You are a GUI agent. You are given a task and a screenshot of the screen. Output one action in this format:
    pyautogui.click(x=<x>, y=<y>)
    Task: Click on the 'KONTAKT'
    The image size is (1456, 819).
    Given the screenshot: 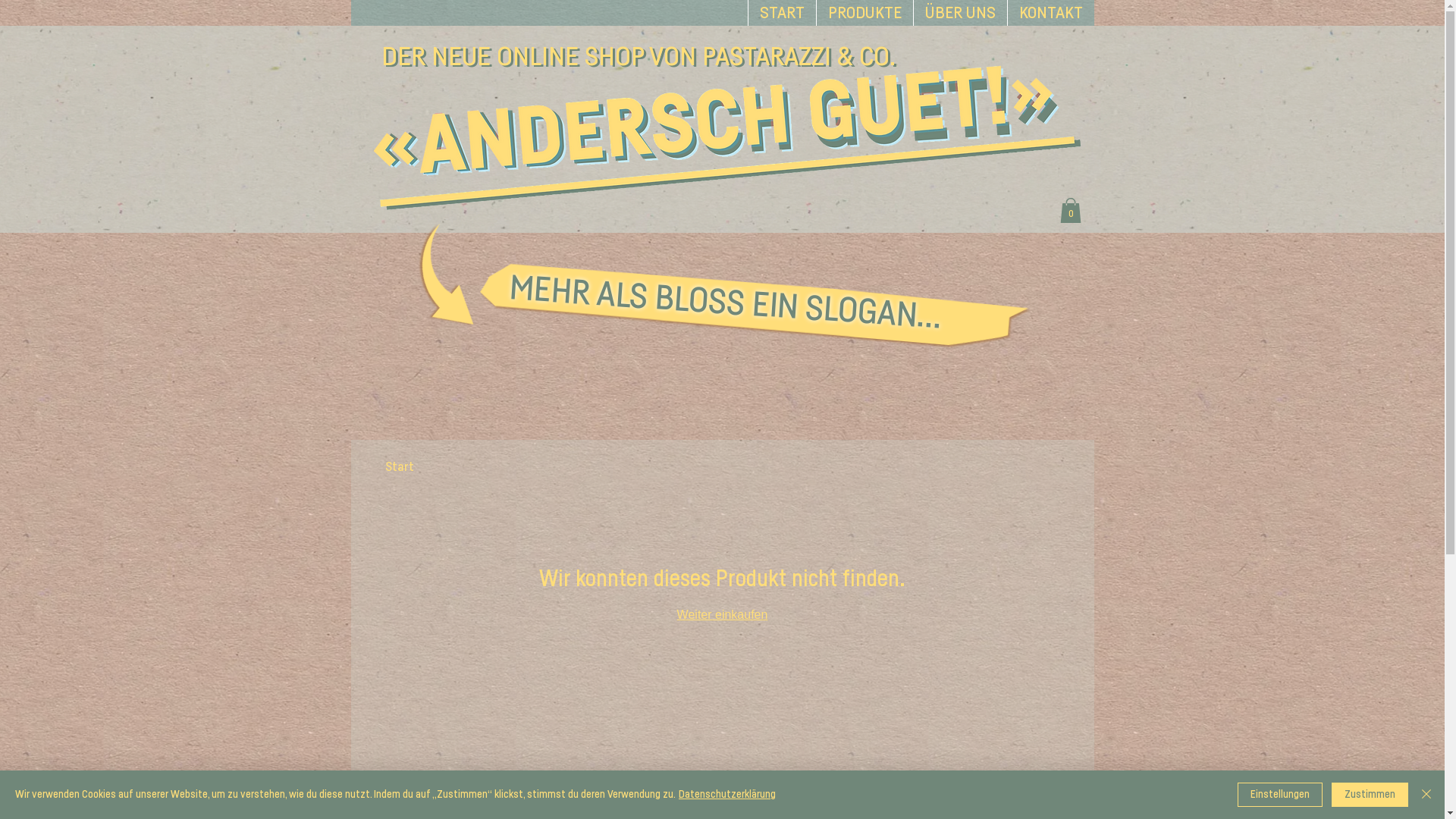 What is the action you would take?
    pyautogui.click(x=1050, y=12)
    